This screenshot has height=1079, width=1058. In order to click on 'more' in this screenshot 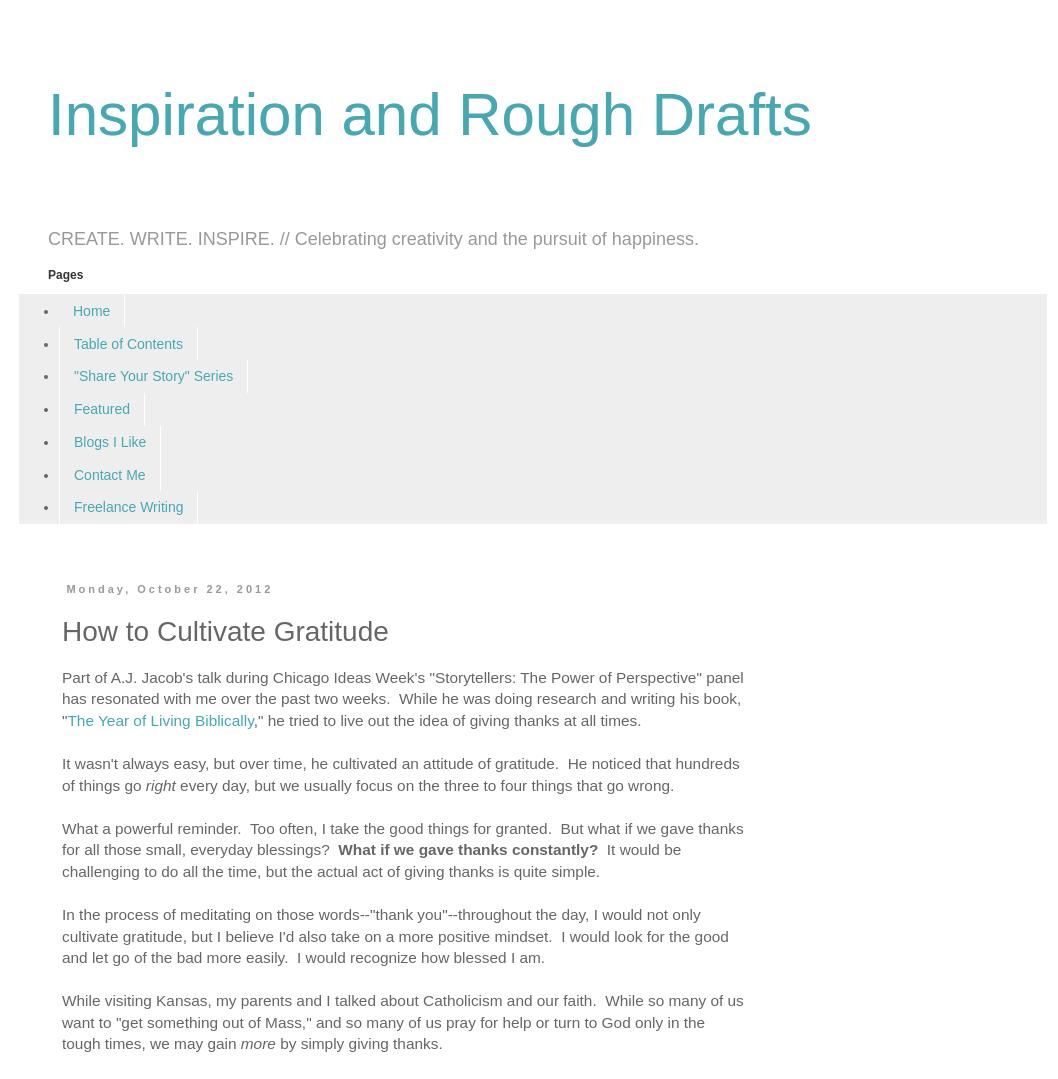, I will do `click(239, 1042)`.